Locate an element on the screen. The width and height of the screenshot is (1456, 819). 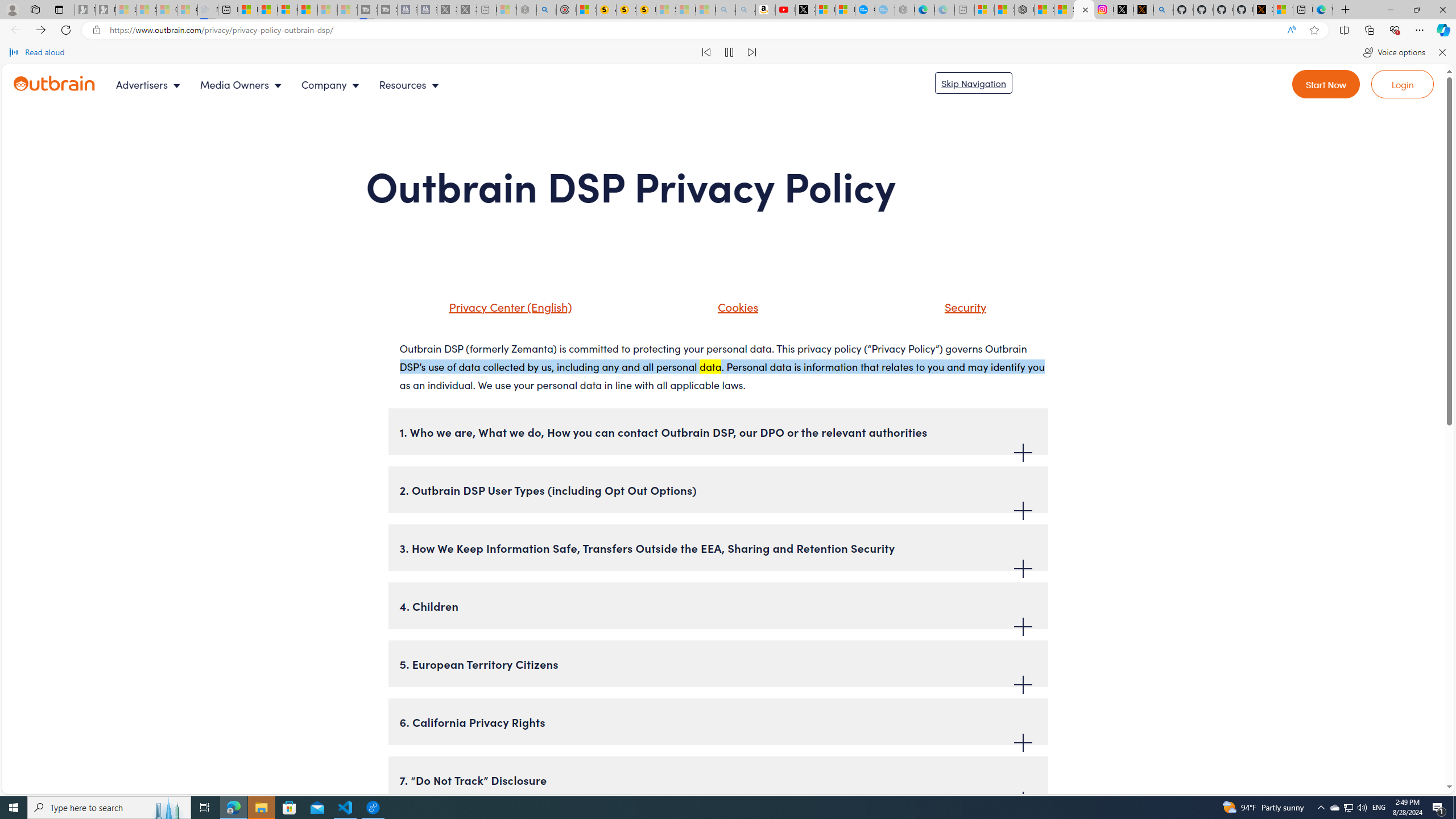
'Nordace - Summer Adventures 2024 - Sleeping' is located at coordinates (526, 9).